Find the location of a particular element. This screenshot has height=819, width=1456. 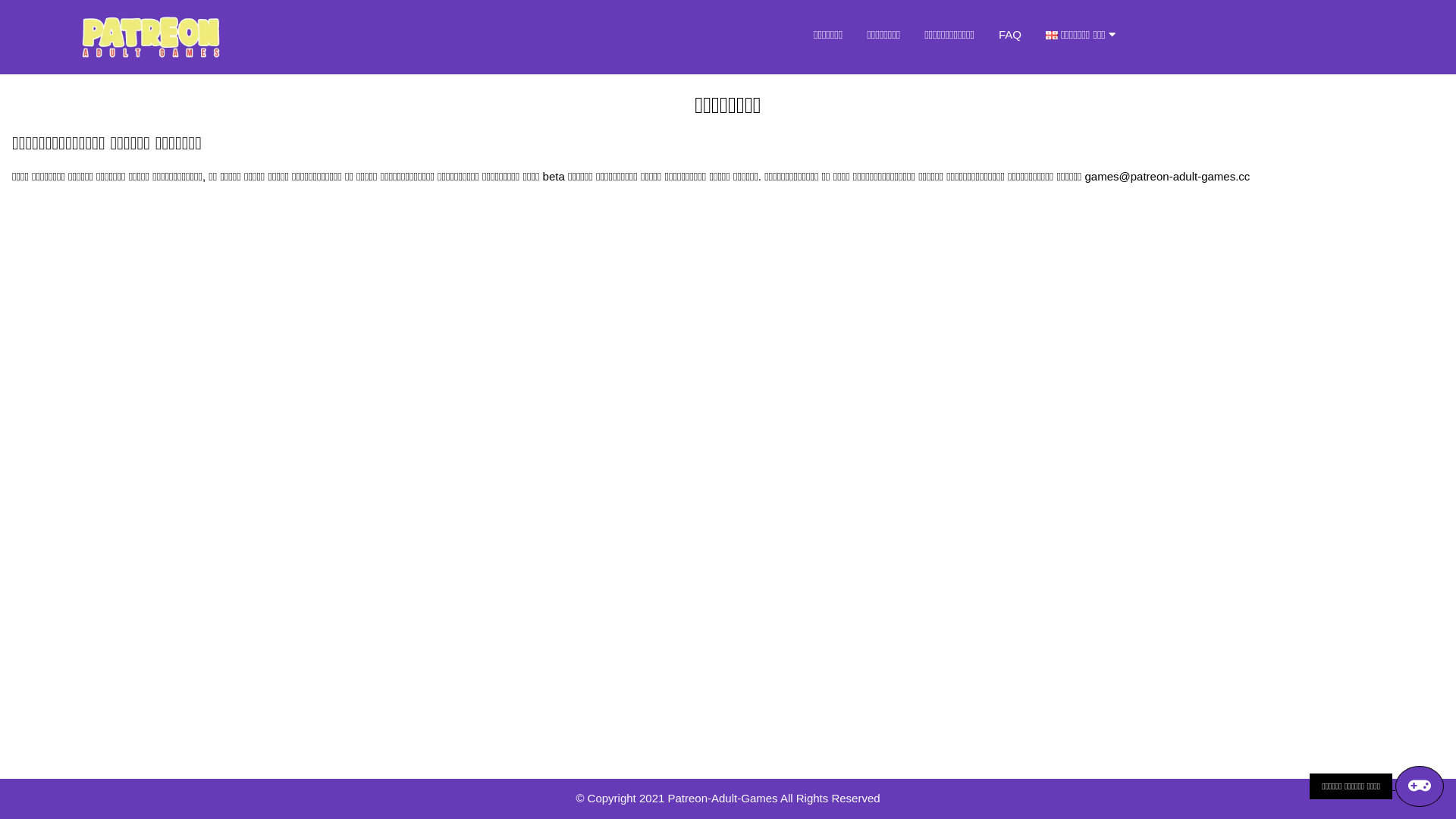

'FAQ' is located at coordinates (986, 34).